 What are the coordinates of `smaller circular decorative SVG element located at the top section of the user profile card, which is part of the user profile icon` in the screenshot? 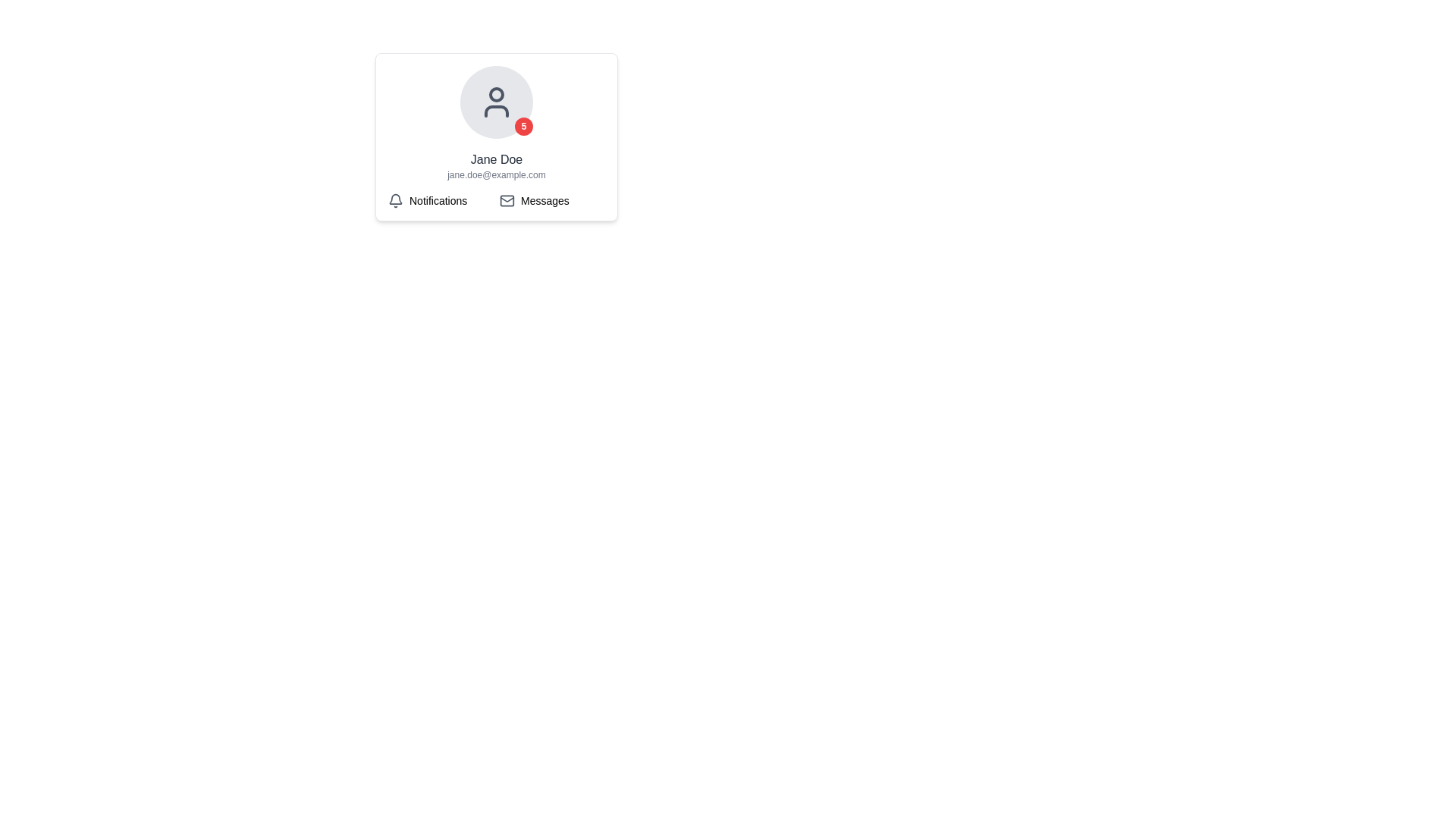 It's located at (496, 94).